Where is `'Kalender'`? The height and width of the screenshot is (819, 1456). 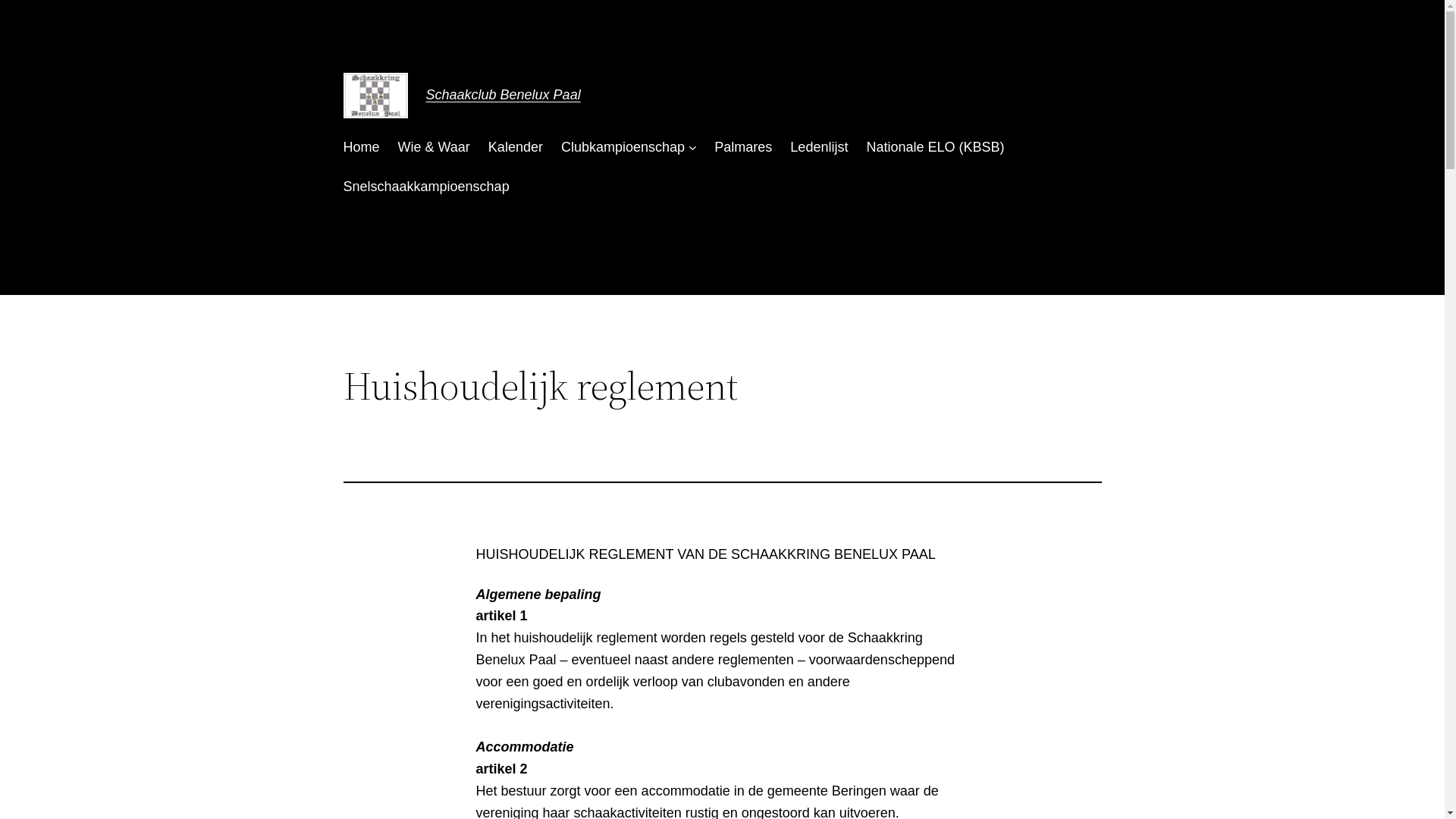
'Kalender' is located at coordinates (516, 147).